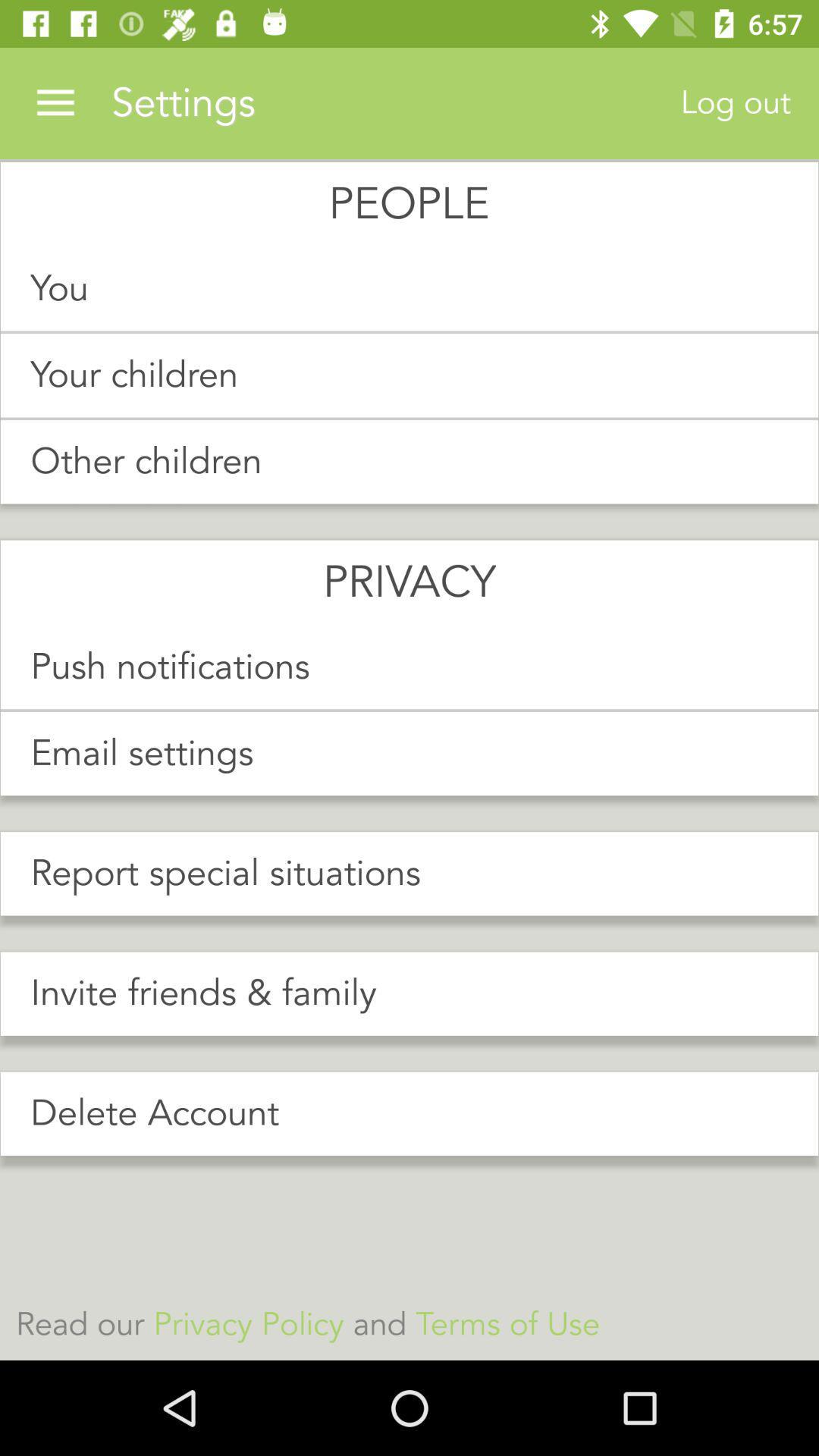  What do you see at coordinates (55, 102) in the screenshot?
I see `icon at the top left corner` at bounding box center [55, 102].